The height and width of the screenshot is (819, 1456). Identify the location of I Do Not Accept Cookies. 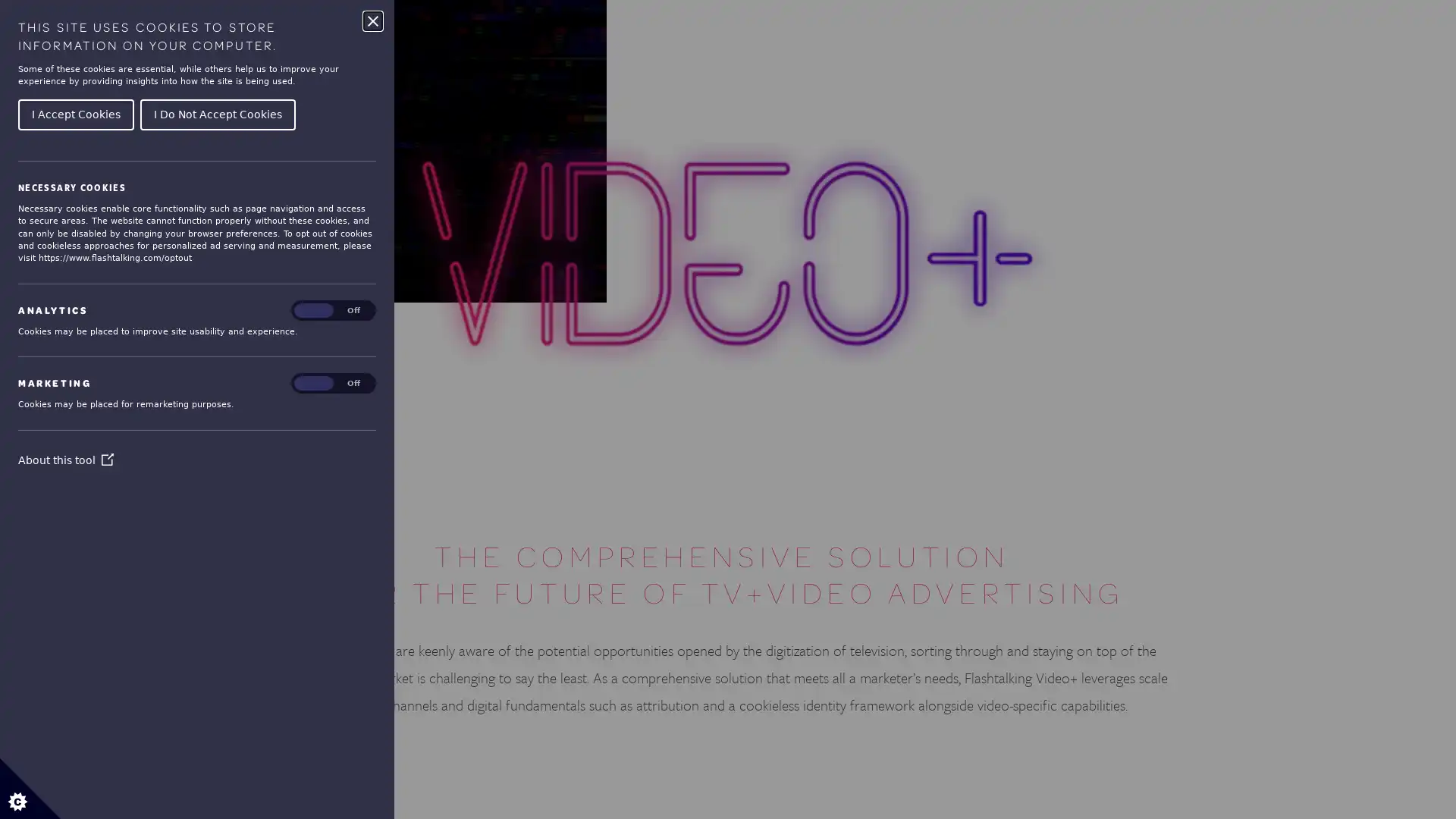
(217, 113).